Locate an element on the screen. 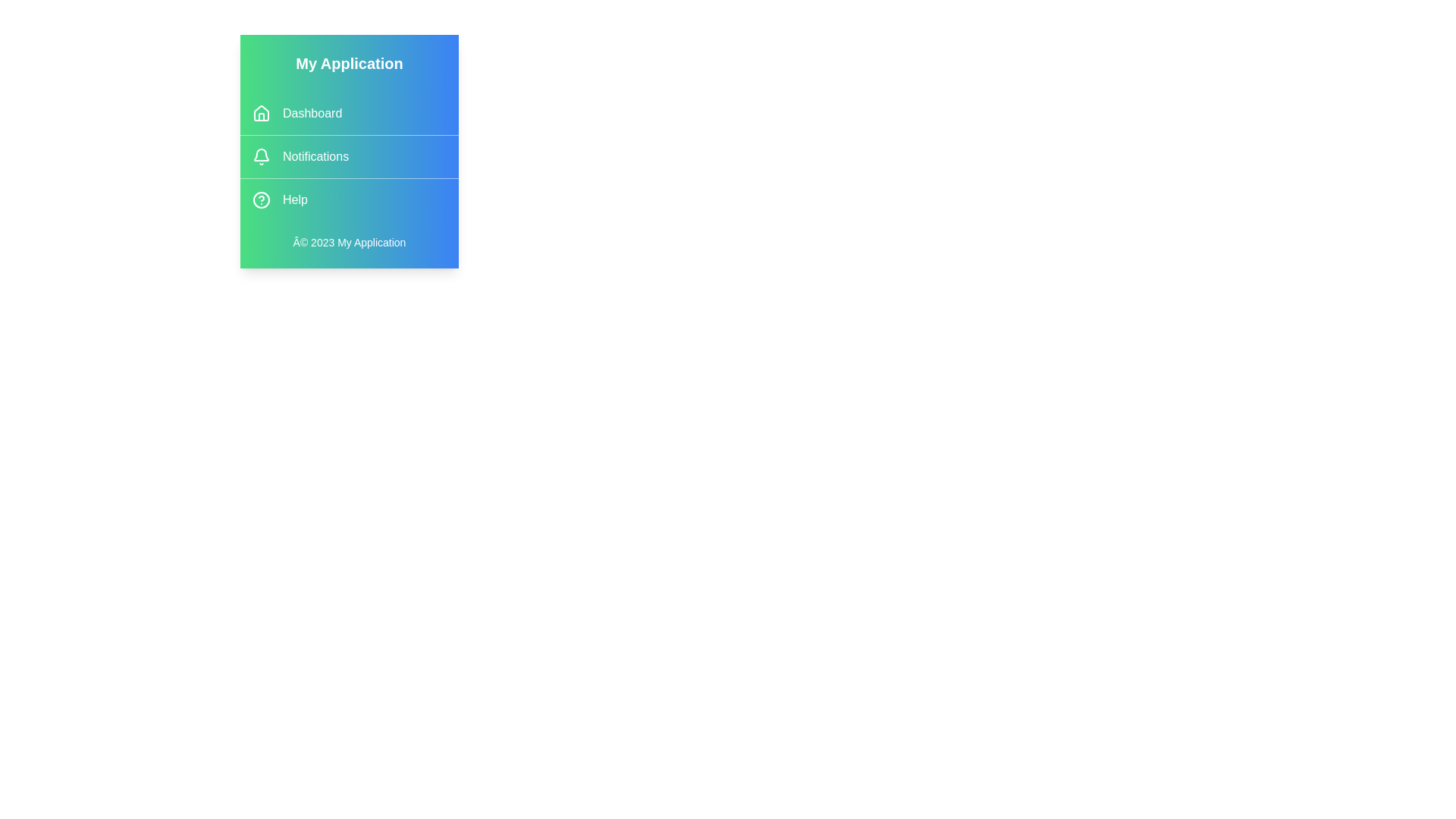  the Dashboard menu item to navigate to its section is located at coordinates (348, 113).